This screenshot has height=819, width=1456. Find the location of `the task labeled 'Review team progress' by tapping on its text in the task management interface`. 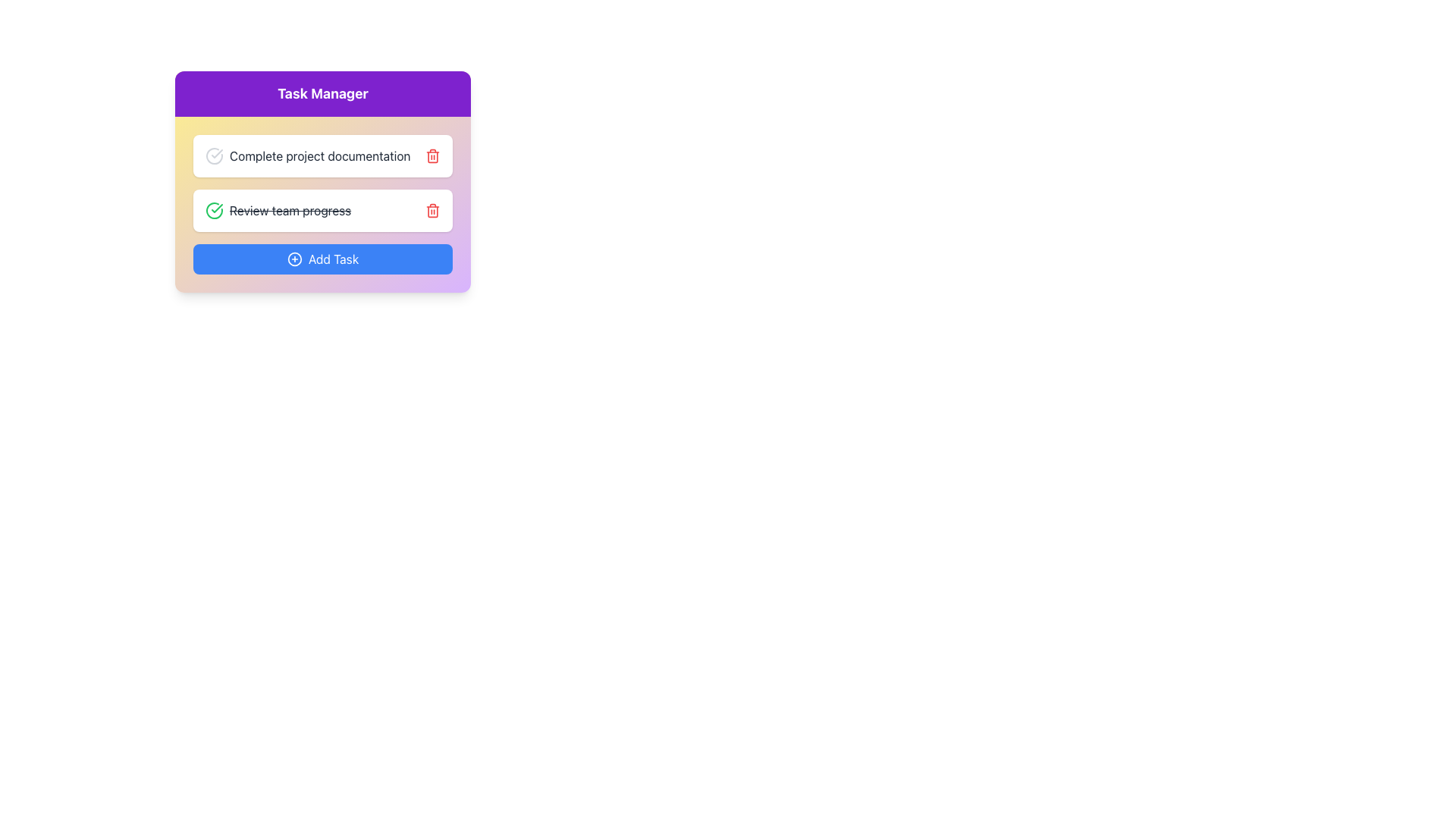

the task labeled 'Review team progress' by tapping on its text in the task management interface is located at coordinates (322, 205).